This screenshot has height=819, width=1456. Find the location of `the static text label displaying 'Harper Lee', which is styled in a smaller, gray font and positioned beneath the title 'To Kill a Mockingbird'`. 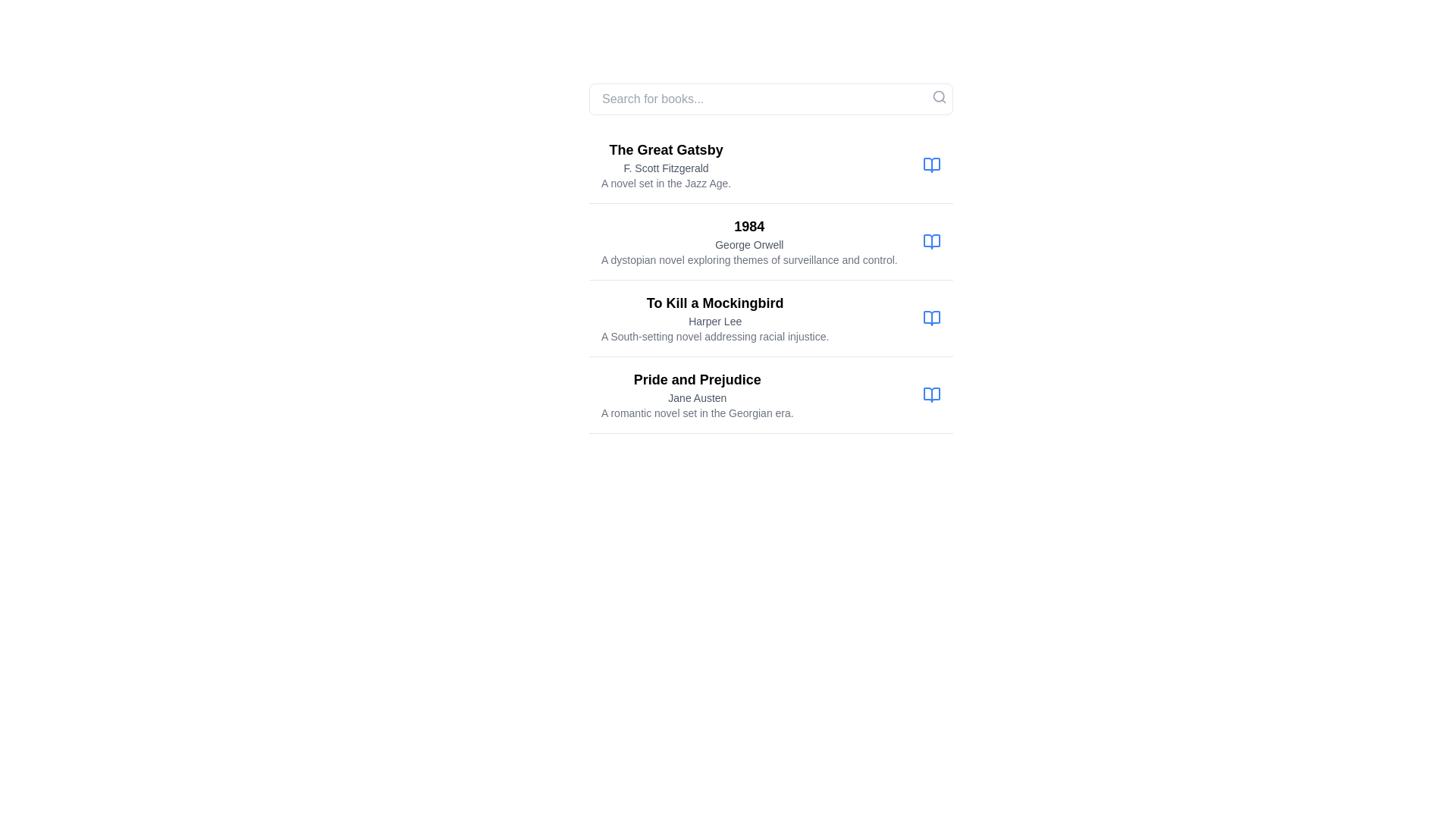

the static text label displaying 'Harper Lee', which is styled in a smaller, gray font and positioned beneath the title 'To Kill a Mockingbird' is located at coordinates (714, 321).